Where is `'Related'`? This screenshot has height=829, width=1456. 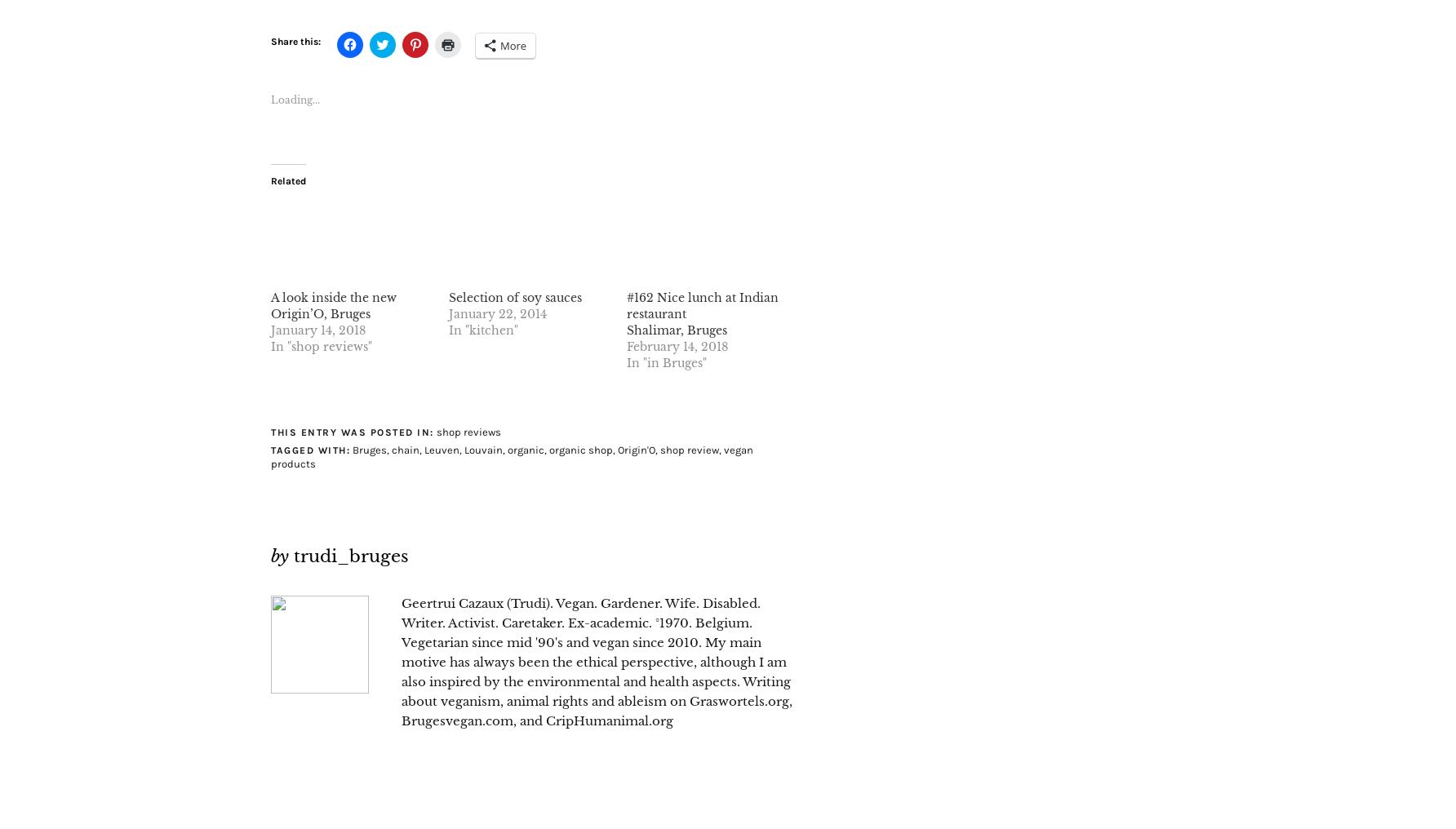 'Related' is located at coordinates (287, 180).